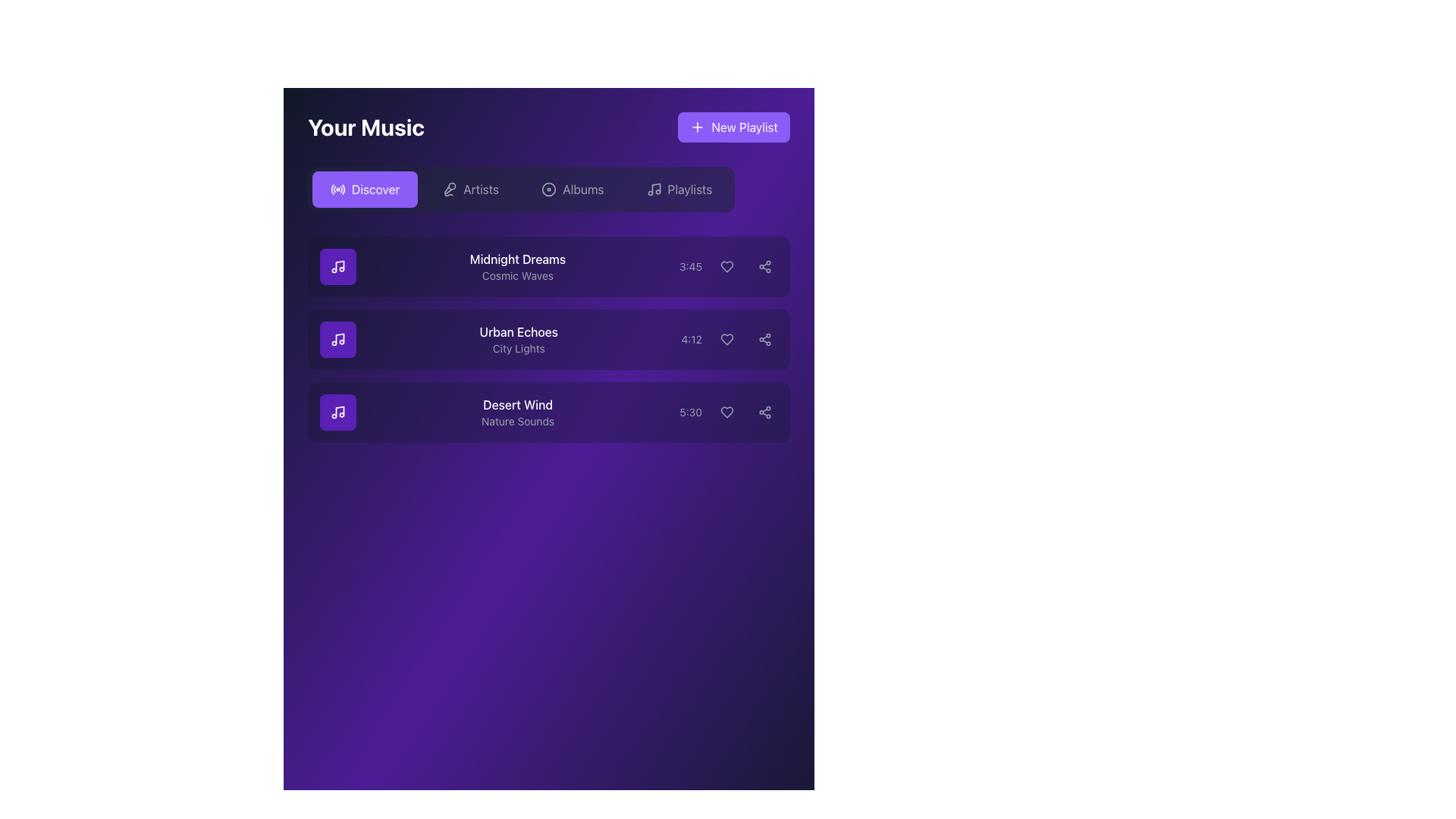  I want to click on the 'Artists' icon located in the top navigation bar, positioned between 'Discover' and 'Albums', to enhance usability through visual association, so click(449, 189).